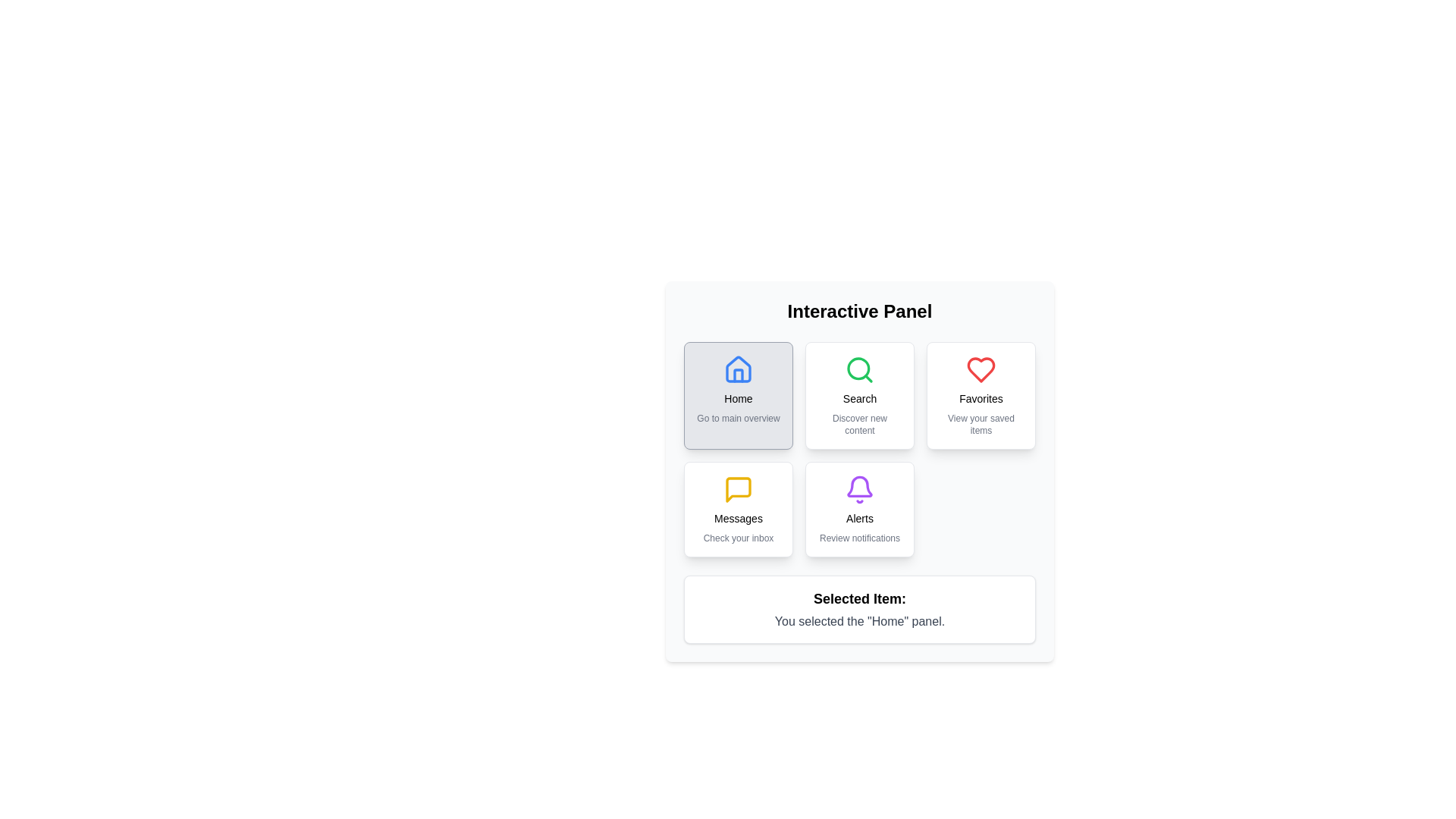  I want to click on the lower outline of the house-shaped icon located under the 'Home' label, so click(739, 375).